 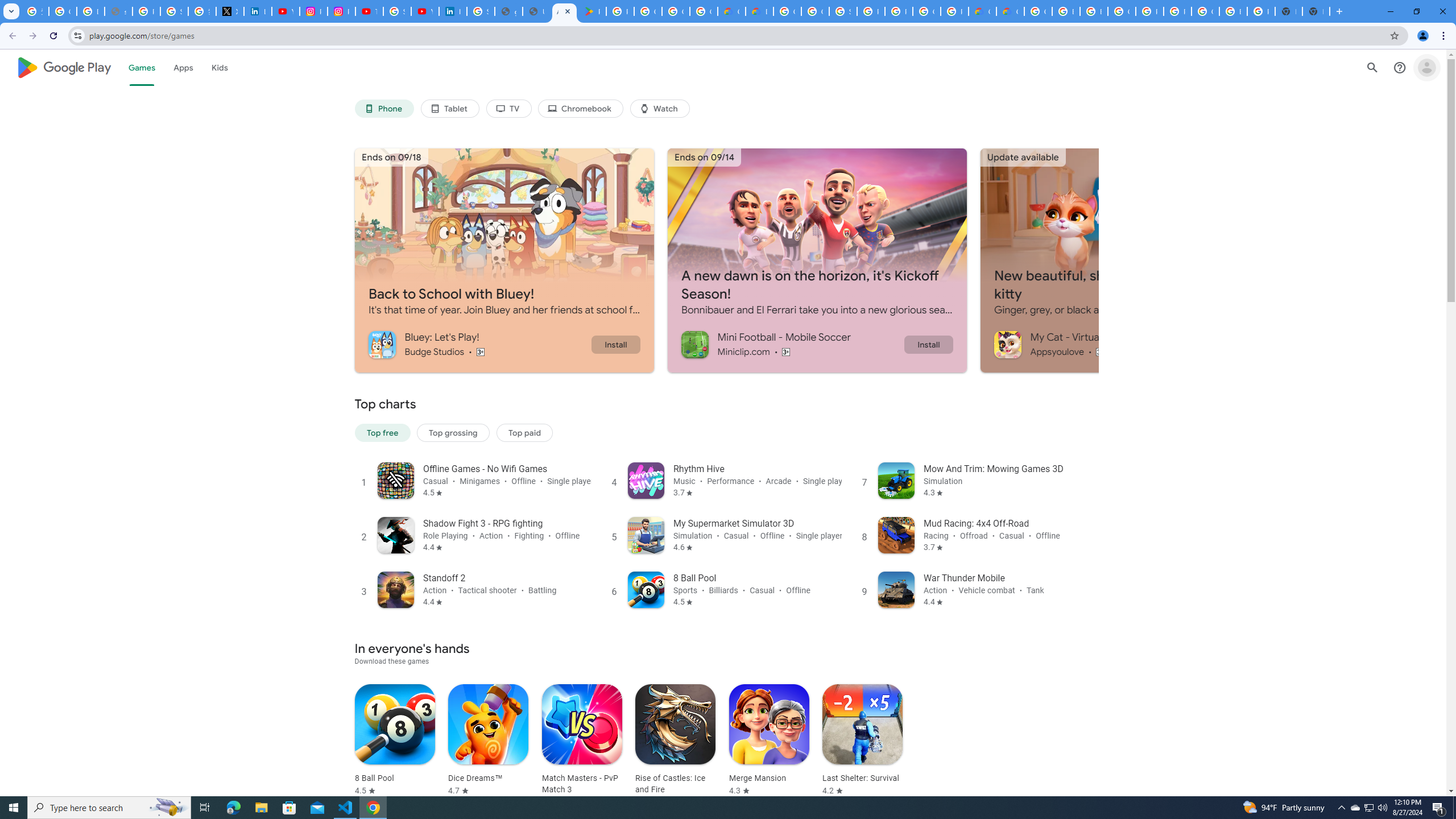 I want to click on '8 Ball Pool Rated 4.5 stars out of five stars', so click(x=394, y=740).